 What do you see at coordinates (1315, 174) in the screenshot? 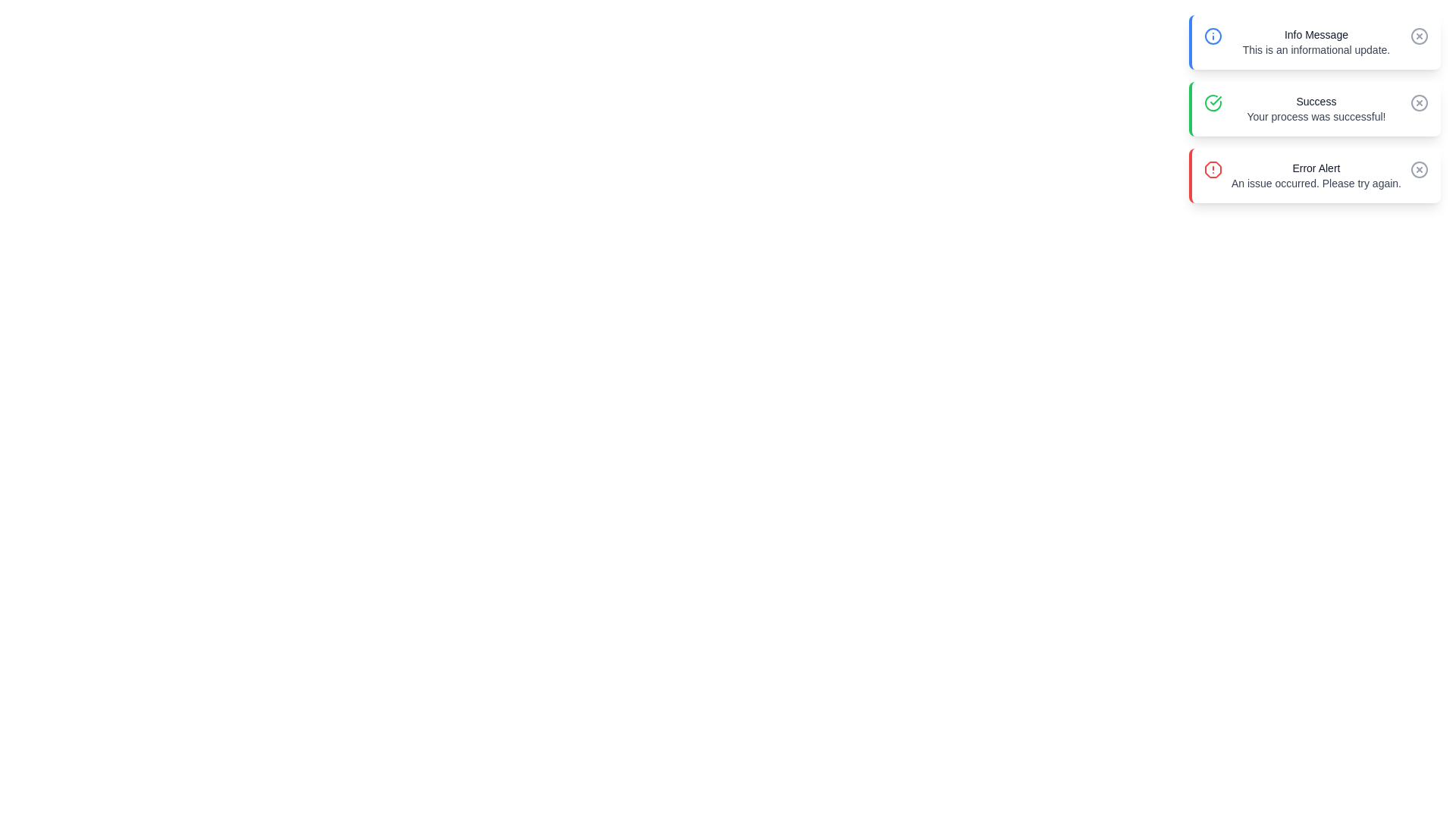
I see `the 'Error Alert' Text Display located in the bottom-right corner of the message boxes` at bounding box center [1315, 174].